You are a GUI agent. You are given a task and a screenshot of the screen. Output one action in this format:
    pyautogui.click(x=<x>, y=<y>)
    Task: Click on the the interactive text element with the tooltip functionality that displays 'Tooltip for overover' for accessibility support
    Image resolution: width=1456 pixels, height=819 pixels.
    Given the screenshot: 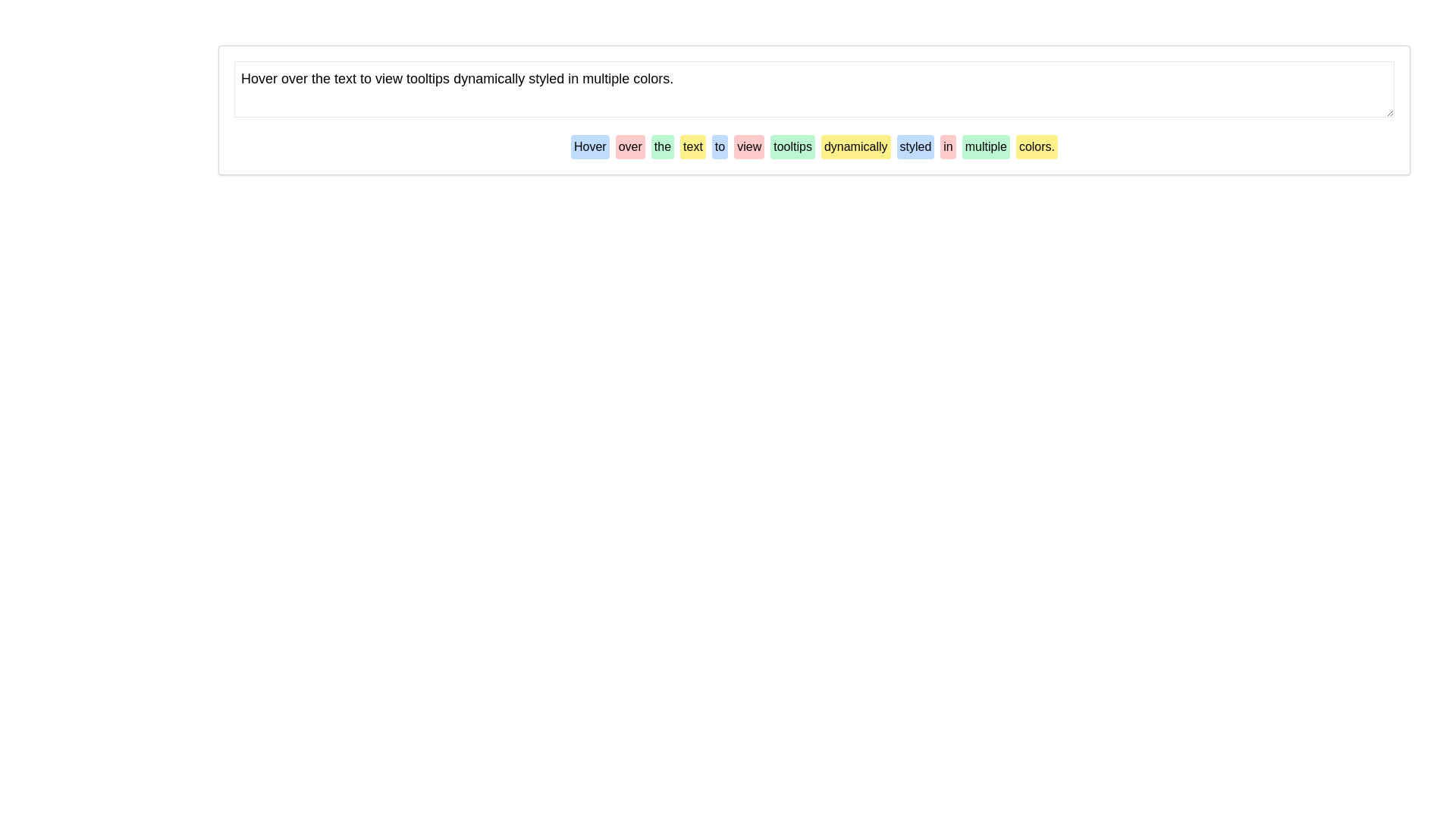 What is the action you would take?
    pyautogui.click(x=630, y=146)
    